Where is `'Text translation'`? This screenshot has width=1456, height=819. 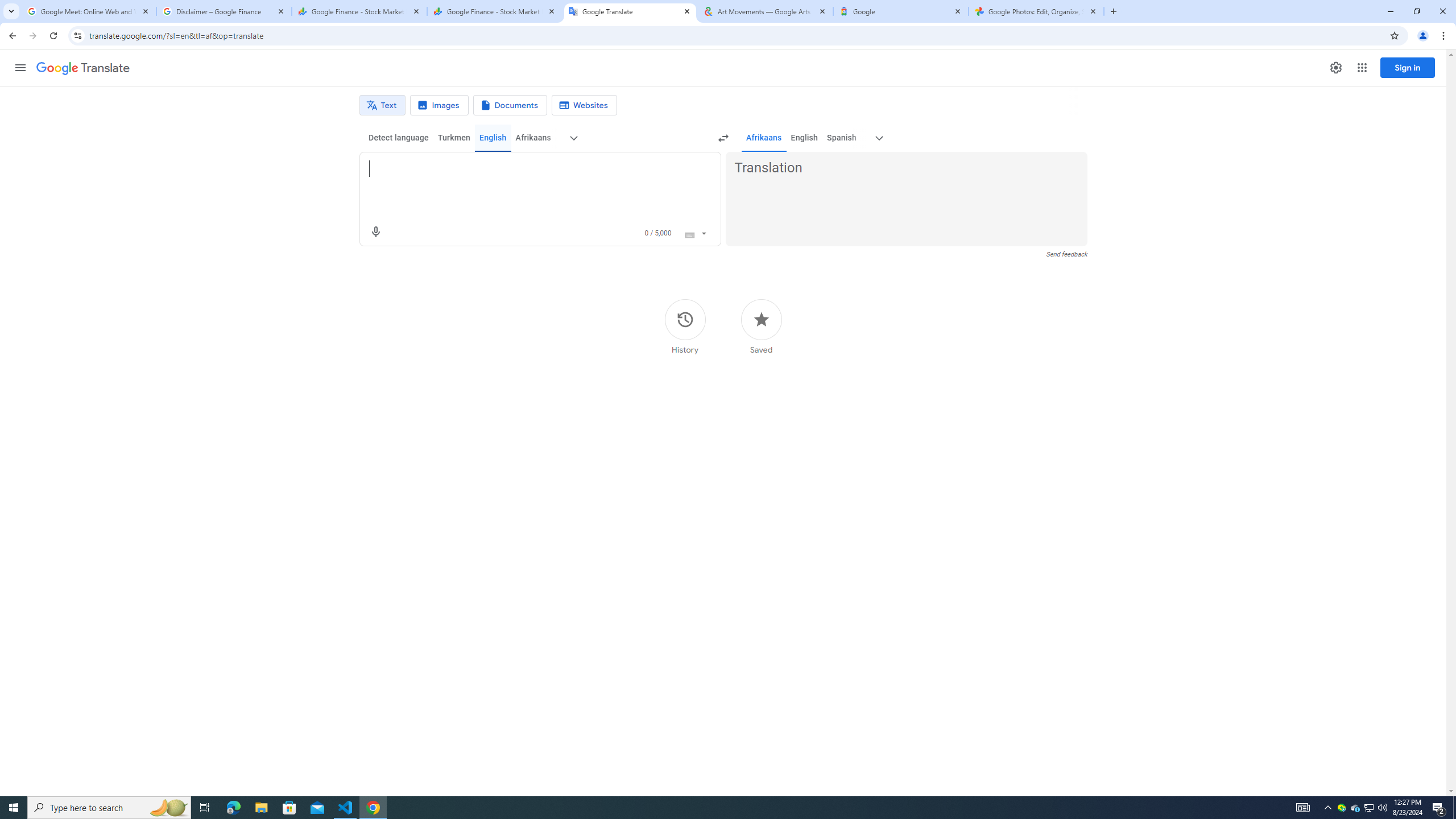
'Text translation' is located at coordinates (382, 105).